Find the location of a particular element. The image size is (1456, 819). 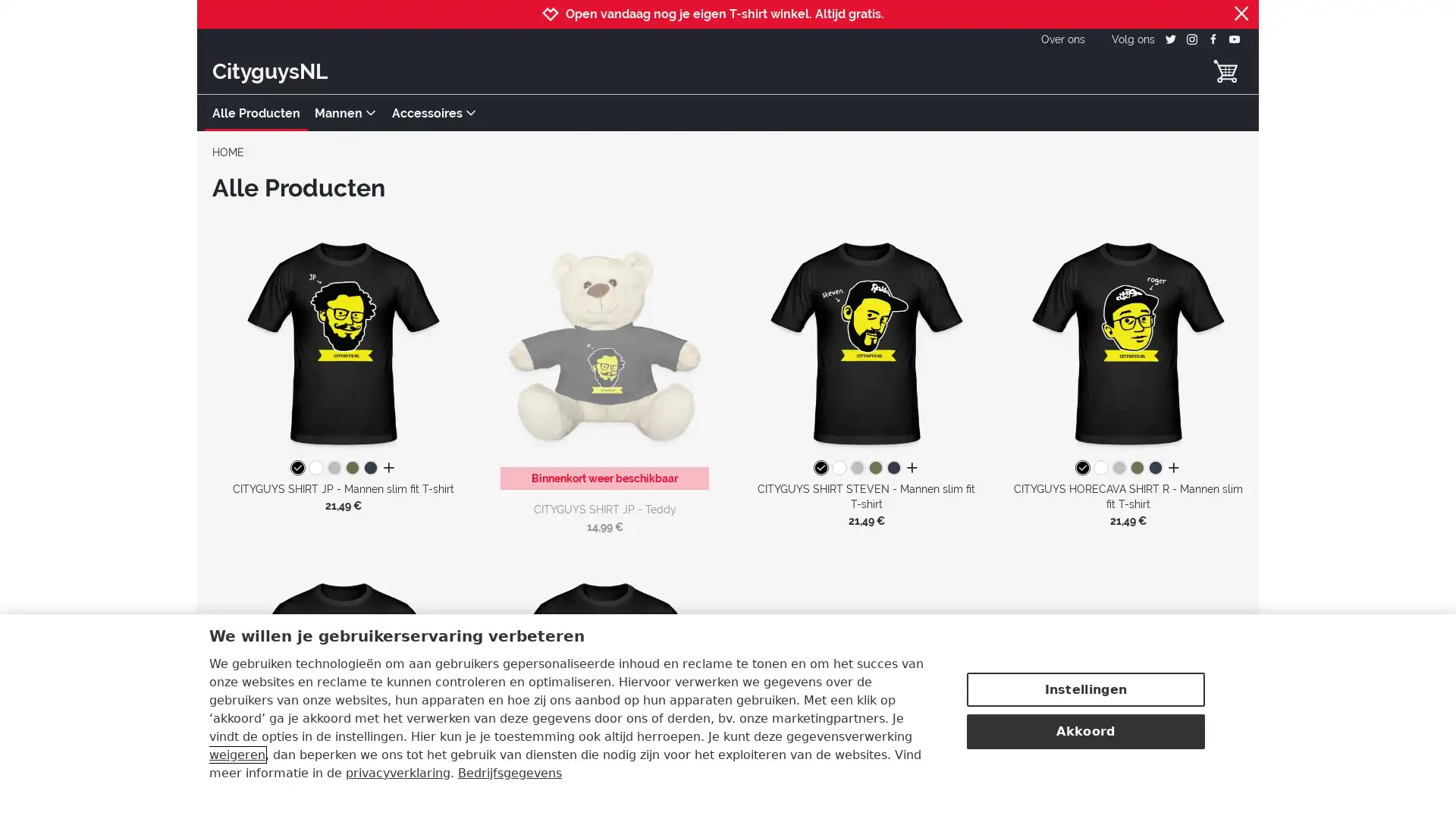

CITYGUYS SHIRT JP - Teddy Binnenkort weer beschikbaar is located at coordinates (604, 357).